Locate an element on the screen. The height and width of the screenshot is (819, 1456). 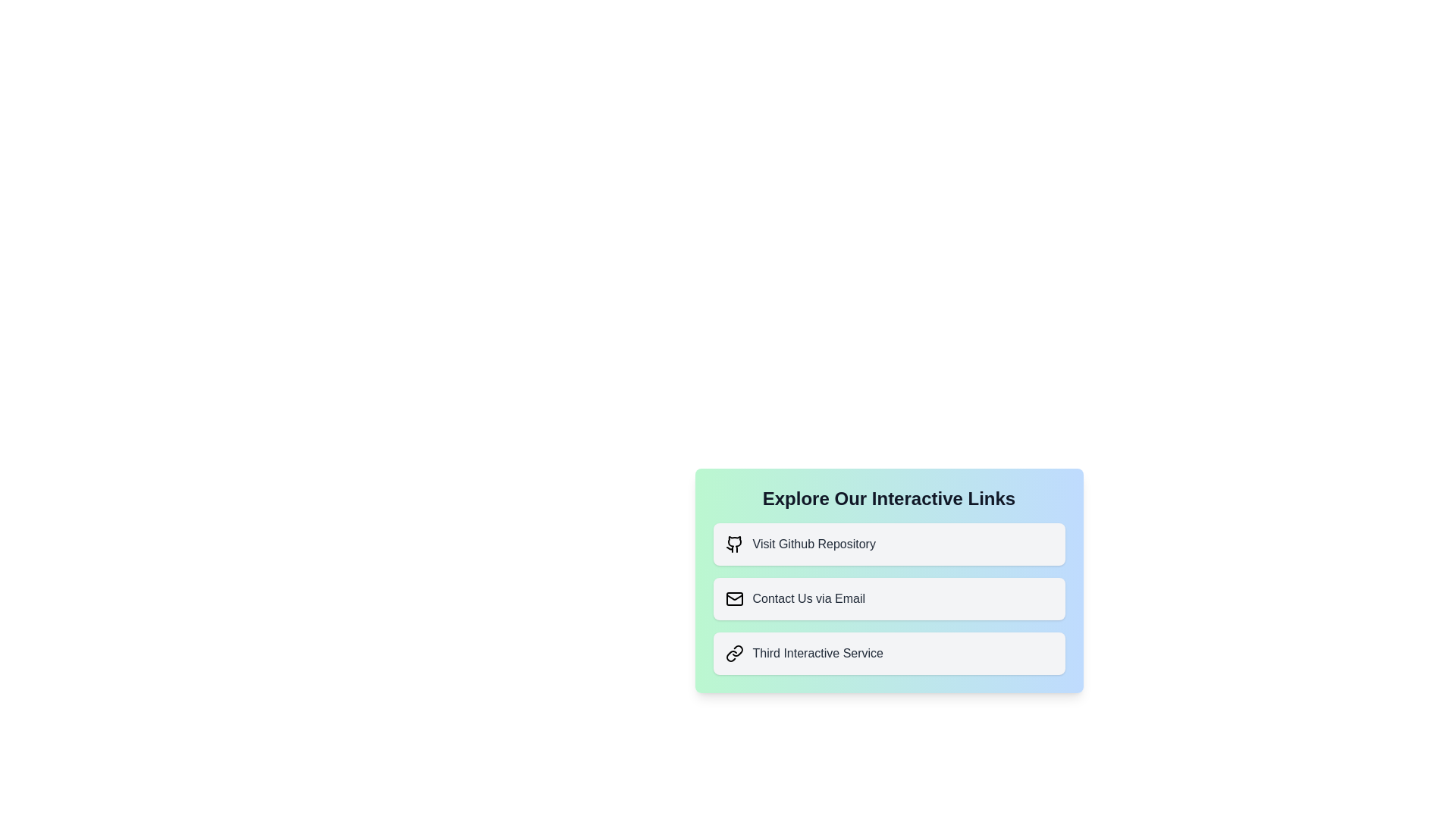
the navigational button linking to the GitHub repository, which is the first button in a vertical list within the 'Explore Our Interactive Links' card section is located at coordinates (889, 543).